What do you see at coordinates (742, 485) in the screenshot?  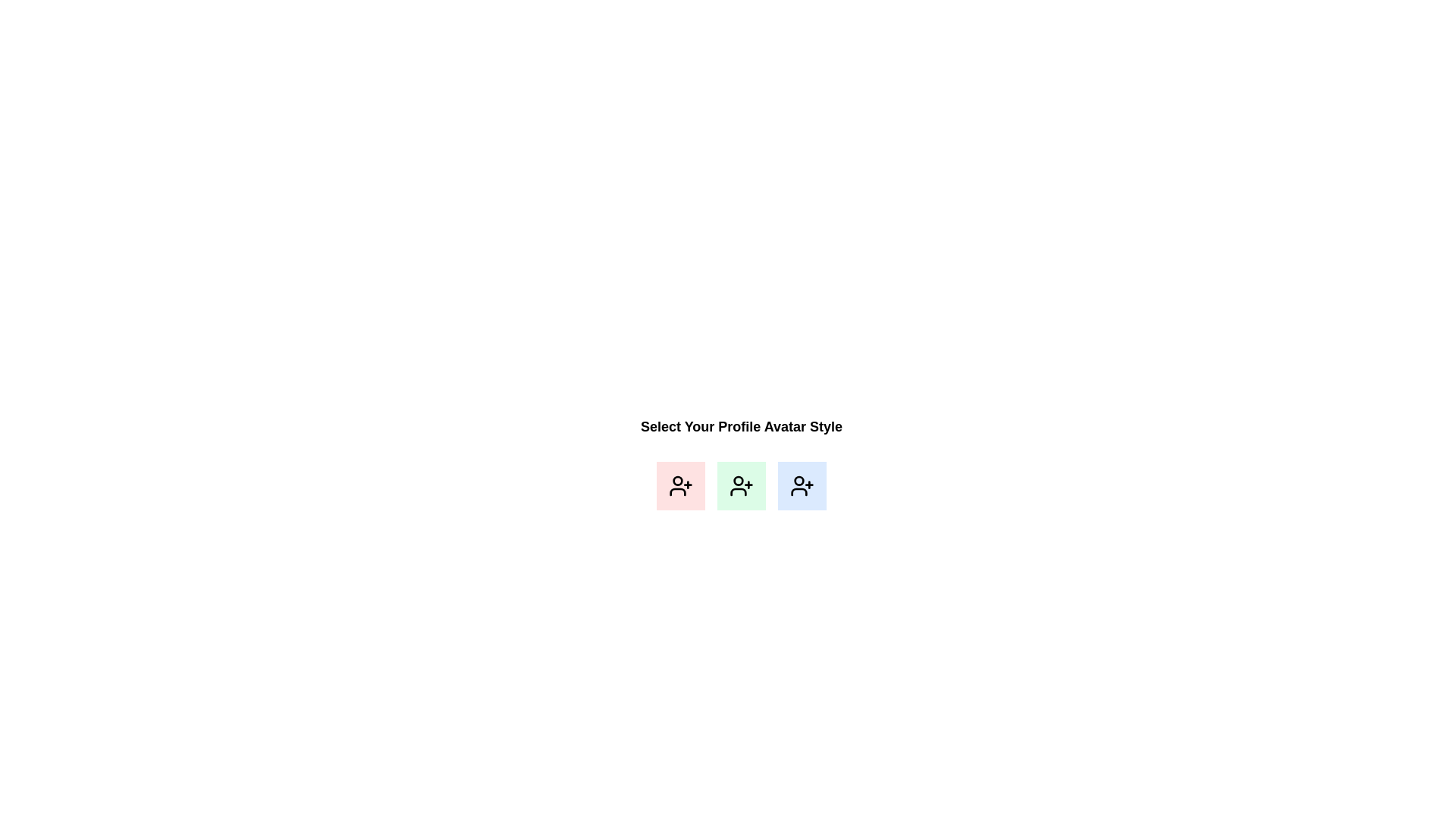 I see `the user figure icon with a '+' sign on the green square button in the middle of three buttons` at bounding box center [742, 485].